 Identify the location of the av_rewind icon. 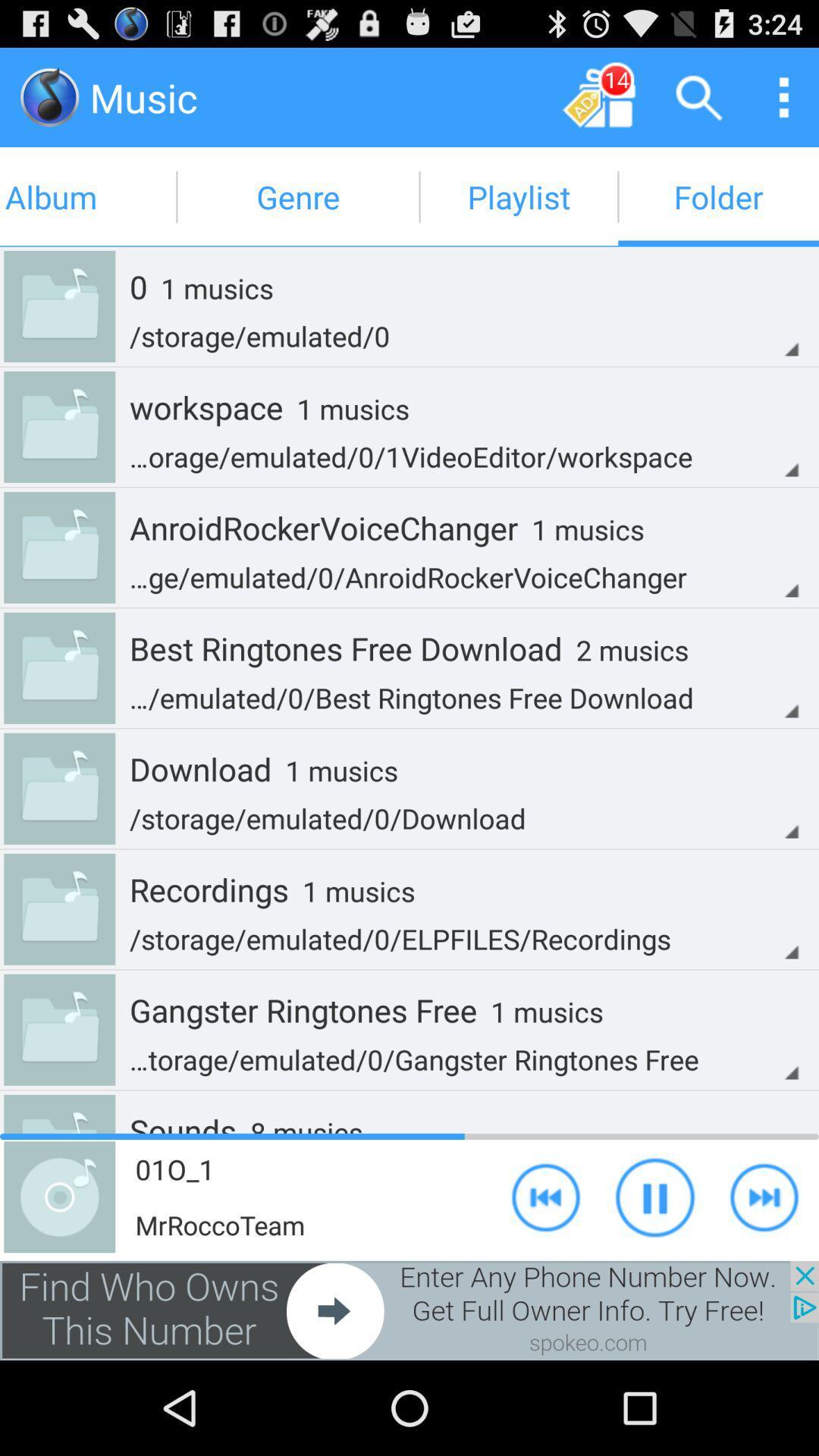
(546, 1280).